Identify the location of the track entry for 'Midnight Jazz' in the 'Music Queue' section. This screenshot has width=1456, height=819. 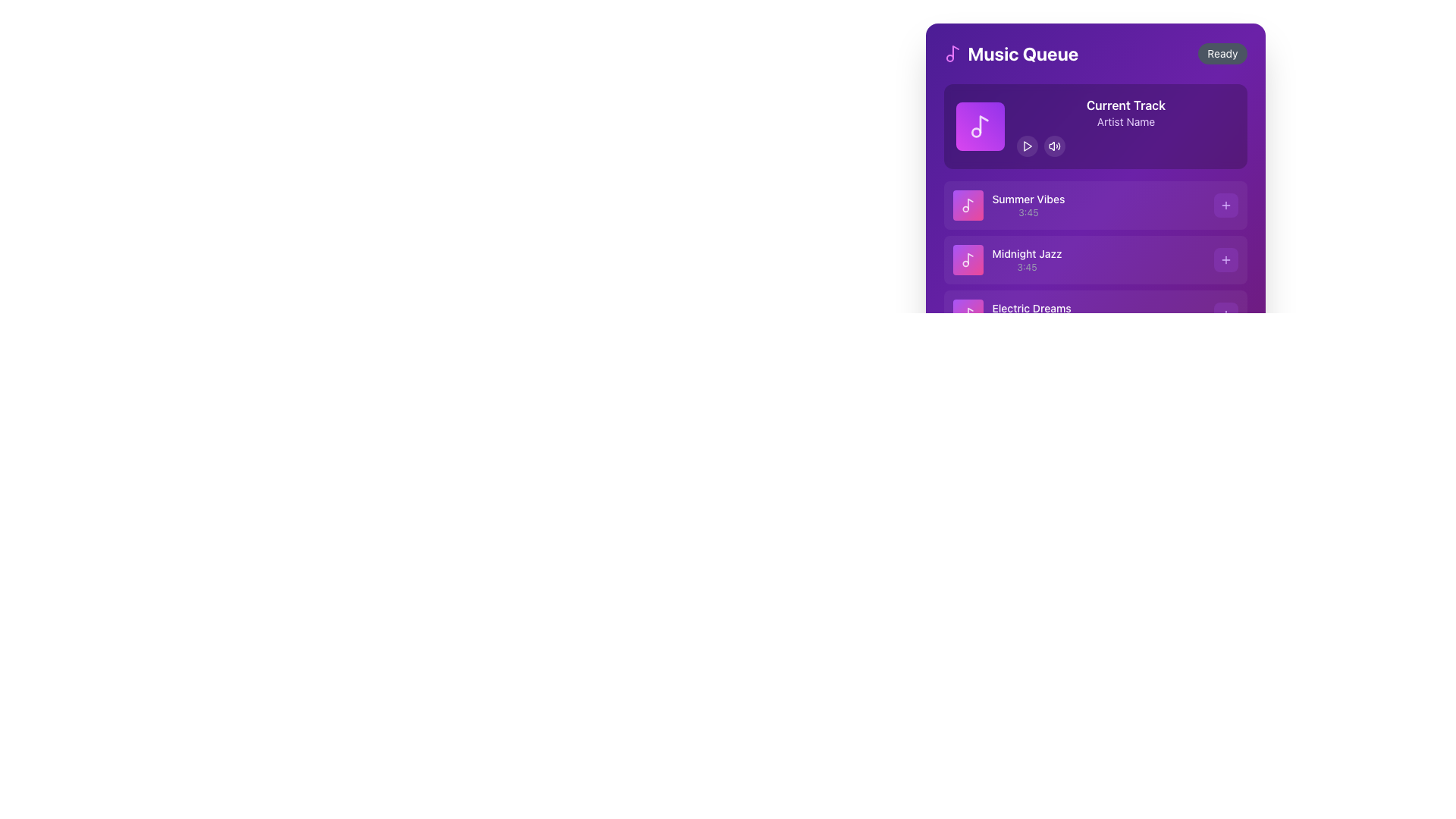
(1095, 259).